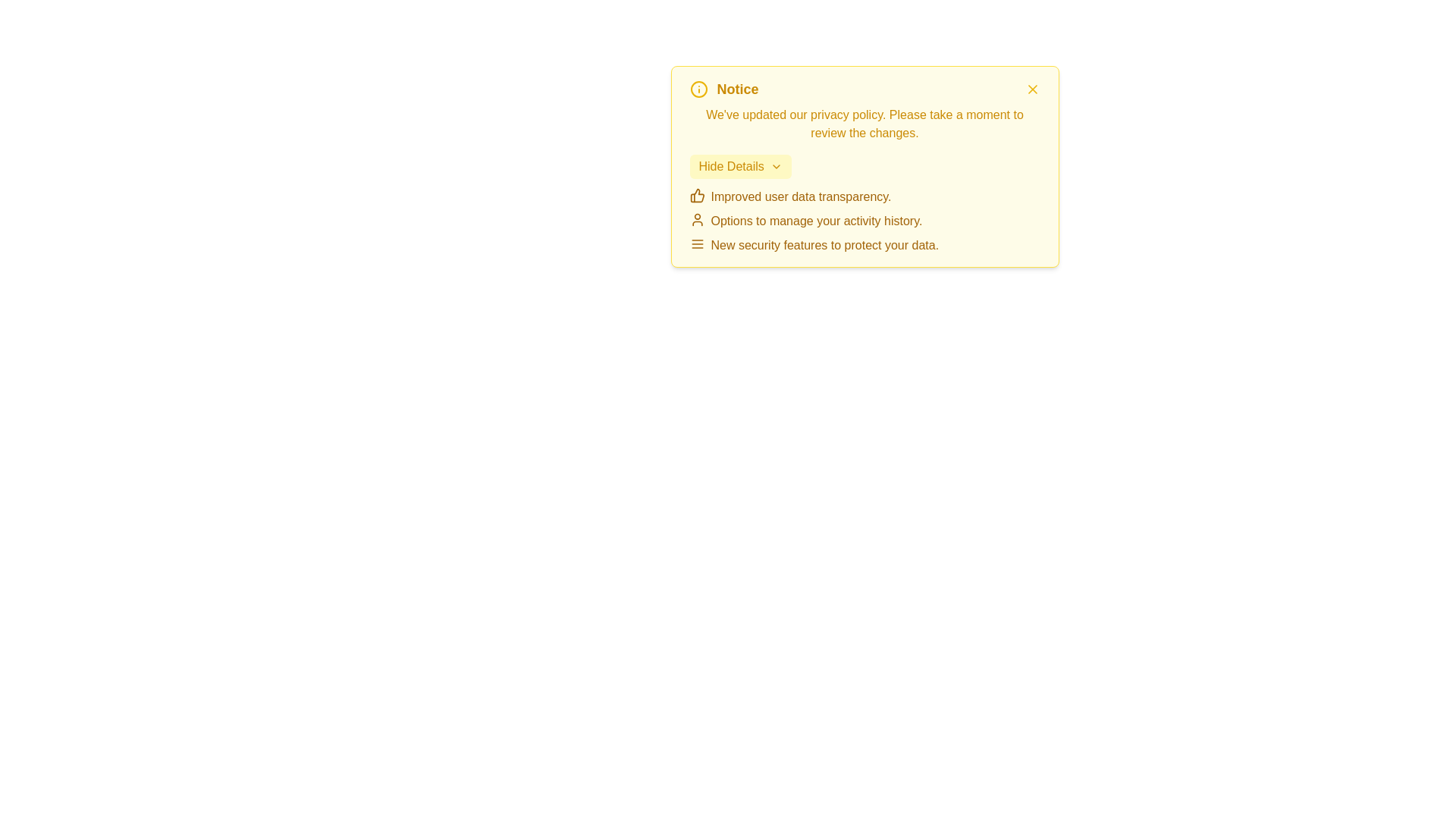 Image resolution: width=1456 pixels, height=819 pixels. What do you see at coordinates (864, 196) in the screenshot?
I see `the text label 'Improved user data transparency.' with the thumbs-up icon, styled in a yellowish tone, located in the first position of the bullet points within the yellow notification card` at bounding box center [864, 196].